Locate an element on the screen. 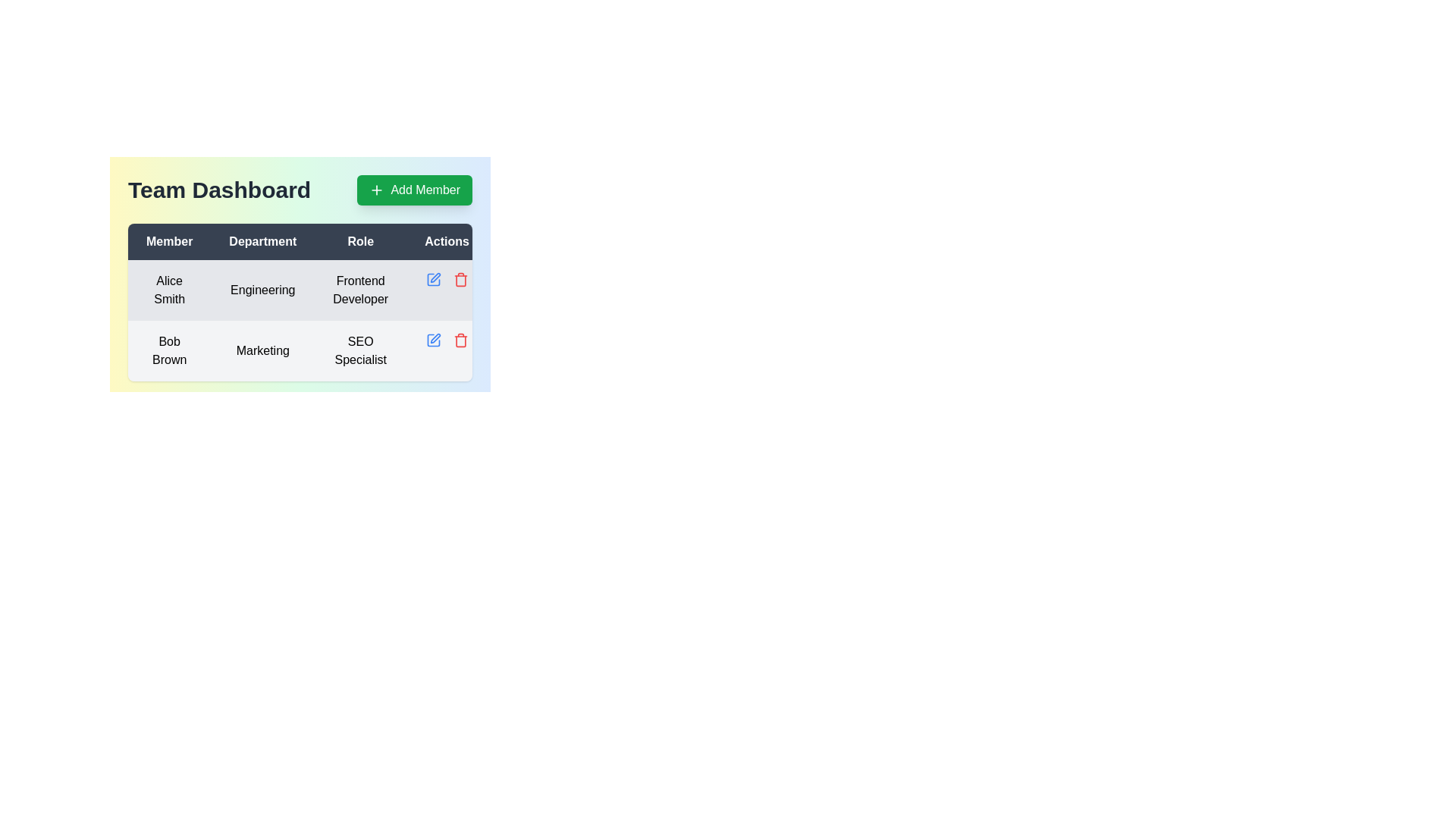 The image size is (1456, 819). the static text label displaying the name 'Alice Smith' in the 'Member' column of the table is located at coordinates (169, 290).